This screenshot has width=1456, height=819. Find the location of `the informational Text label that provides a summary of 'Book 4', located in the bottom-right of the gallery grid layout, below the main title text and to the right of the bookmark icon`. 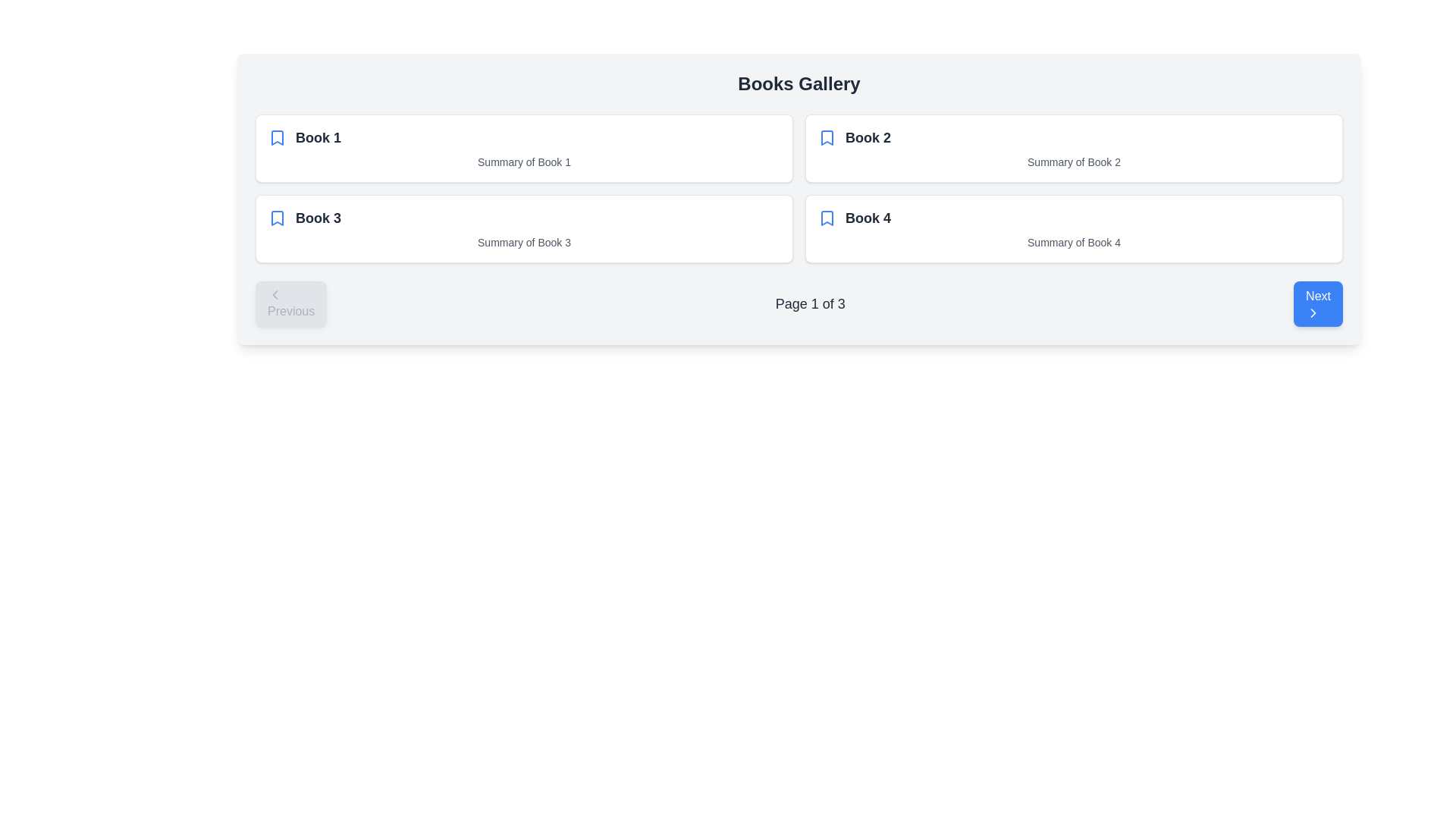

the informational Text label that provides a summary of 'Book 4', located in the bottom-right of the gallery grid layout, below the main title text and to the right of the bookmark icon is located at coordinates (1073, 242).